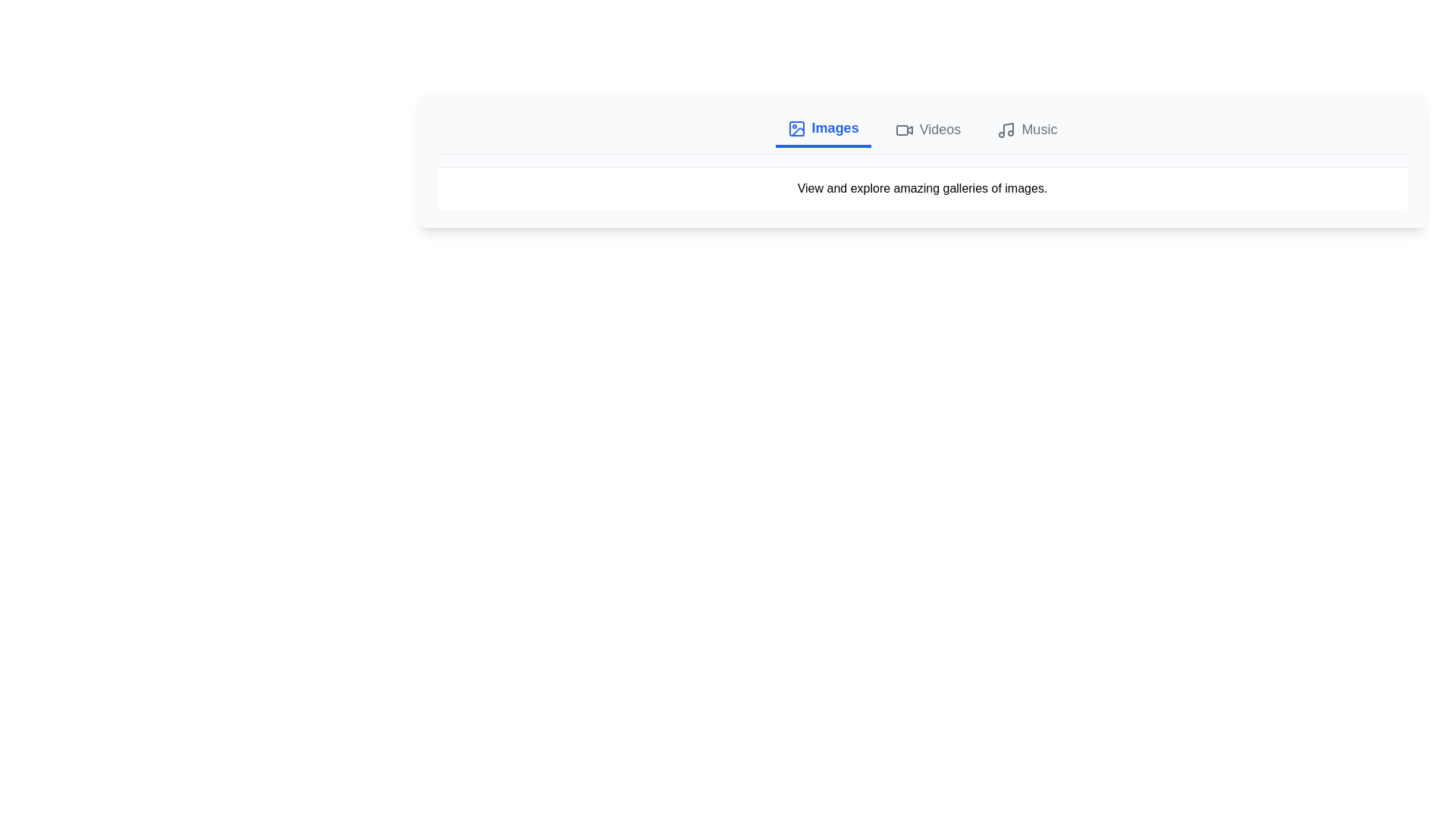 This screenshot has width=1456, height=819. Describe the element at coordinates (1027, 128) in the screenshot. I see `the Music tab` at that location.